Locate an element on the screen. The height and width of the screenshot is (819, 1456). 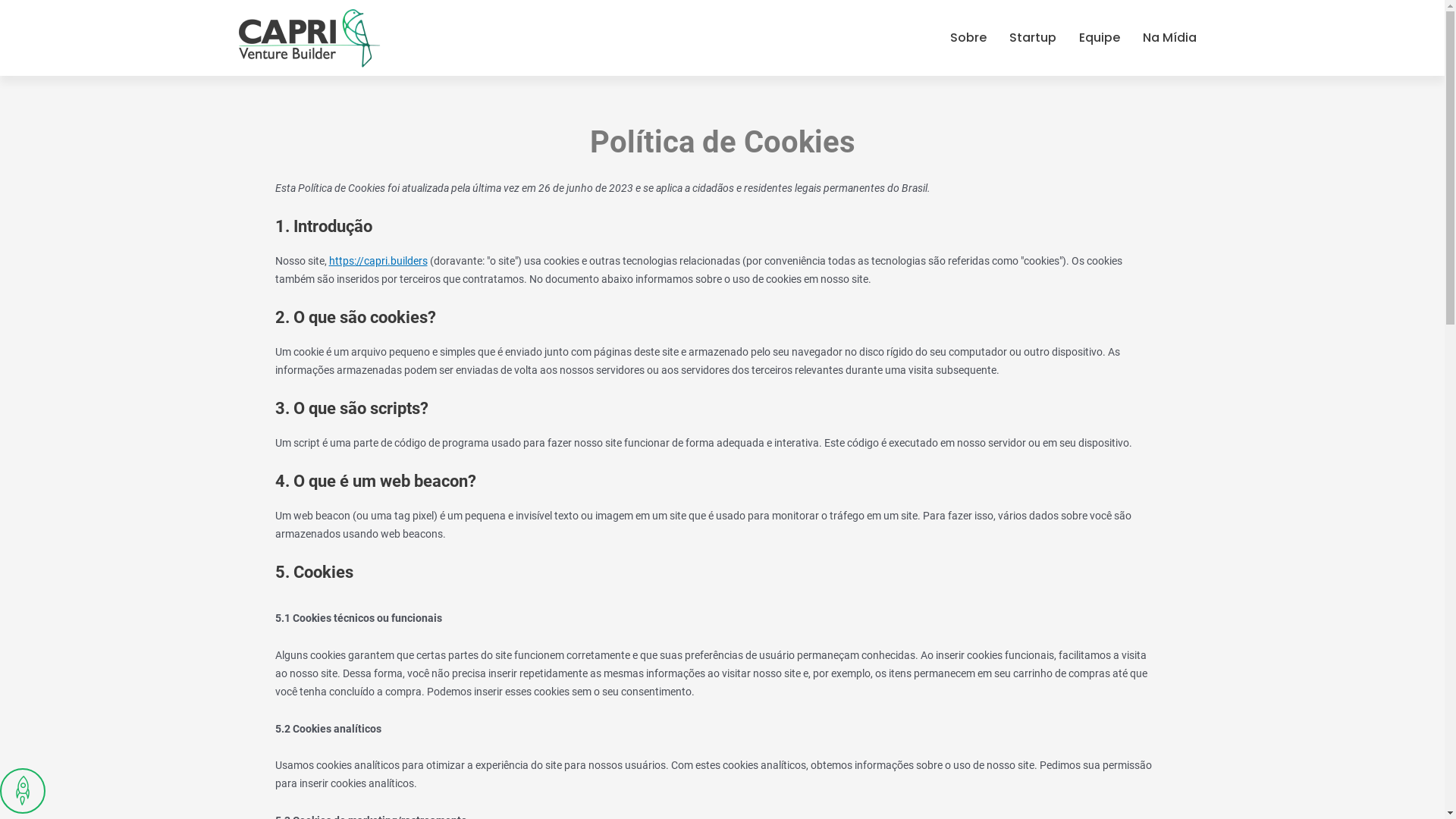
'Startup' is located at coordinates (997, 37).